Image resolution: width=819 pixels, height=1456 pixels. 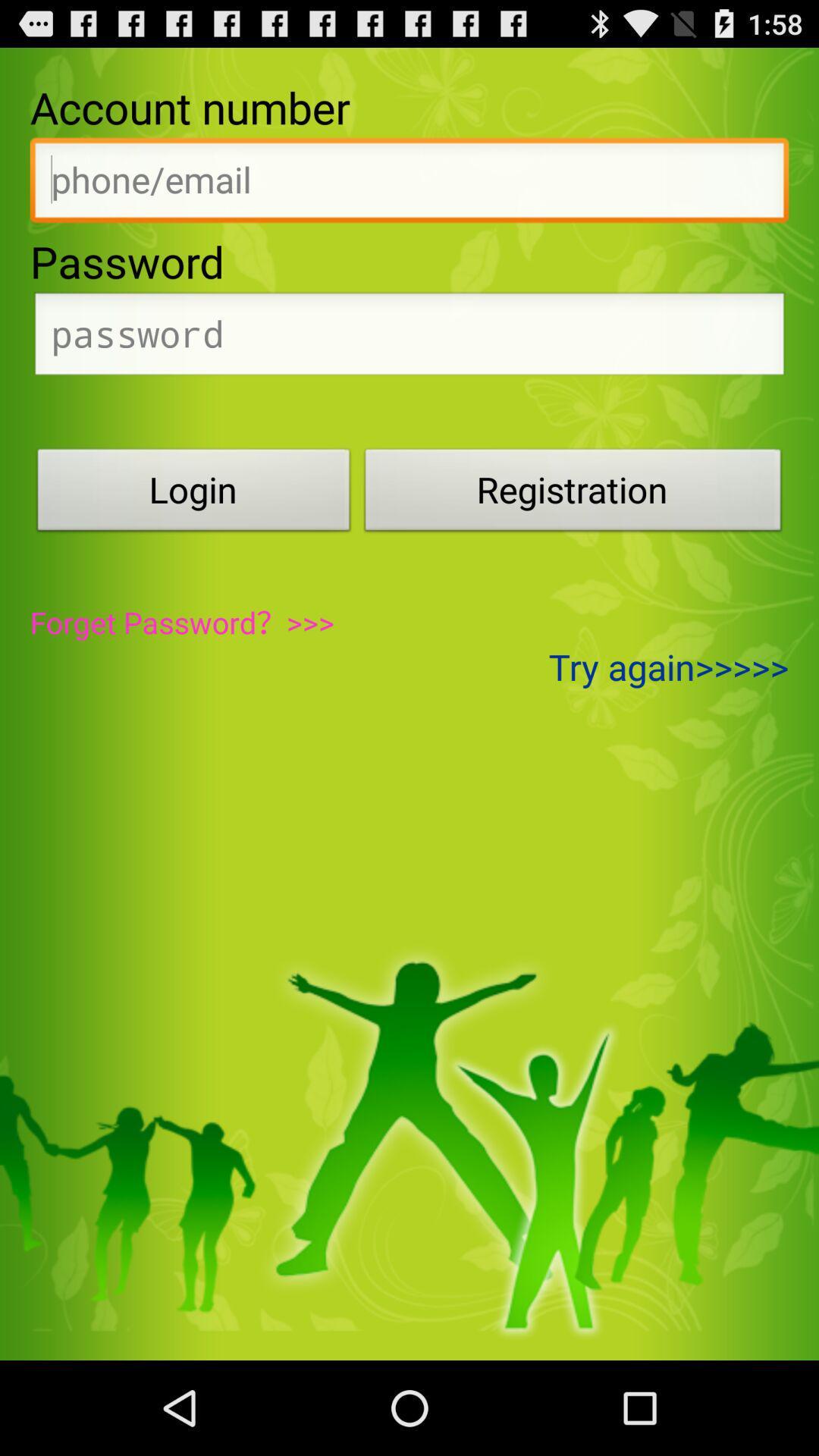 What do you see at coordinates (668, 667) in the screenshot?
I see `try again>>>>> app` at bounding box center [668, 667].